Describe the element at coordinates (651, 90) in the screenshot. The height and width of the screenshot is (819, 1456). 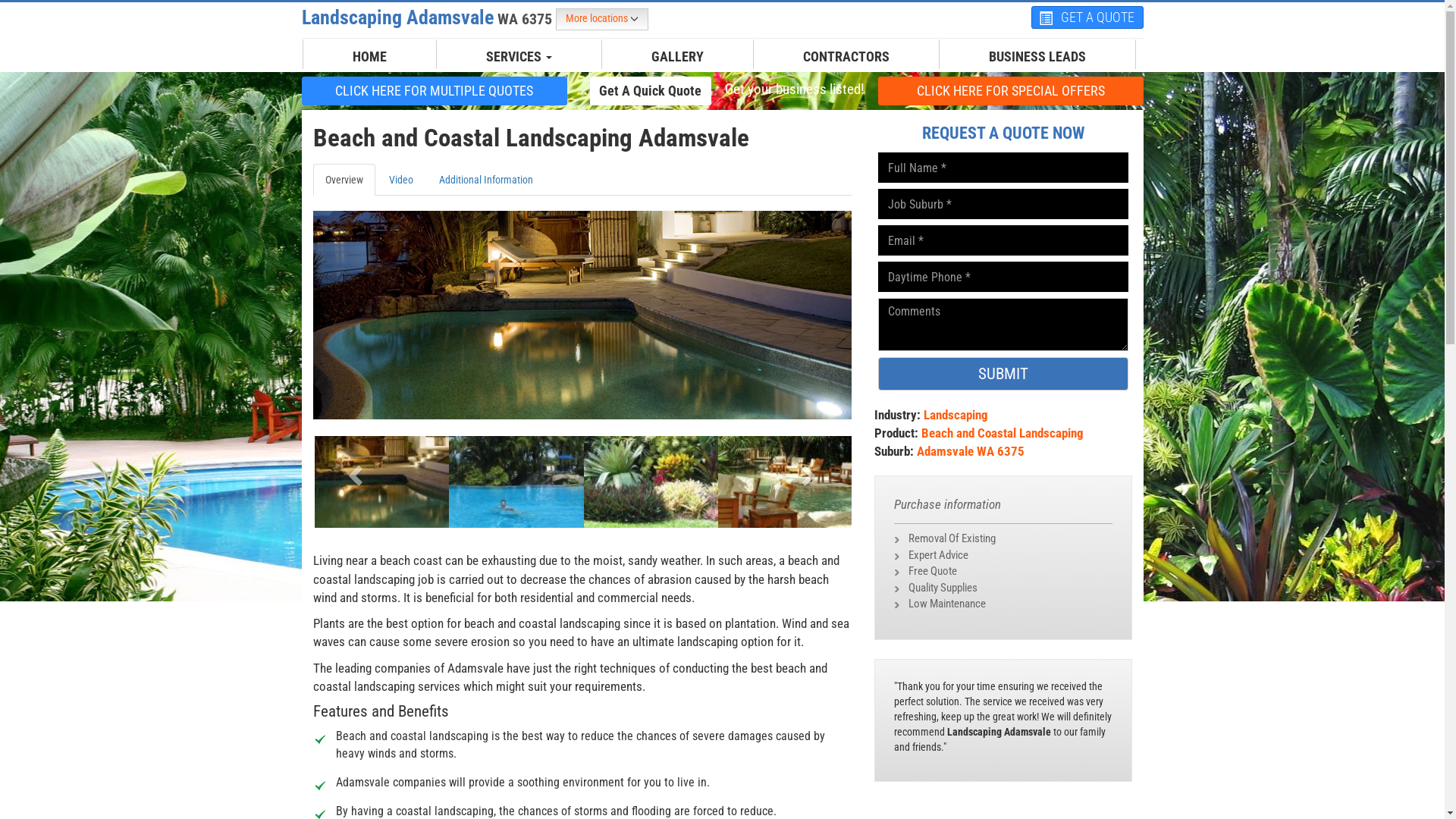
I see `'Get A Quick Quote'` at that location.